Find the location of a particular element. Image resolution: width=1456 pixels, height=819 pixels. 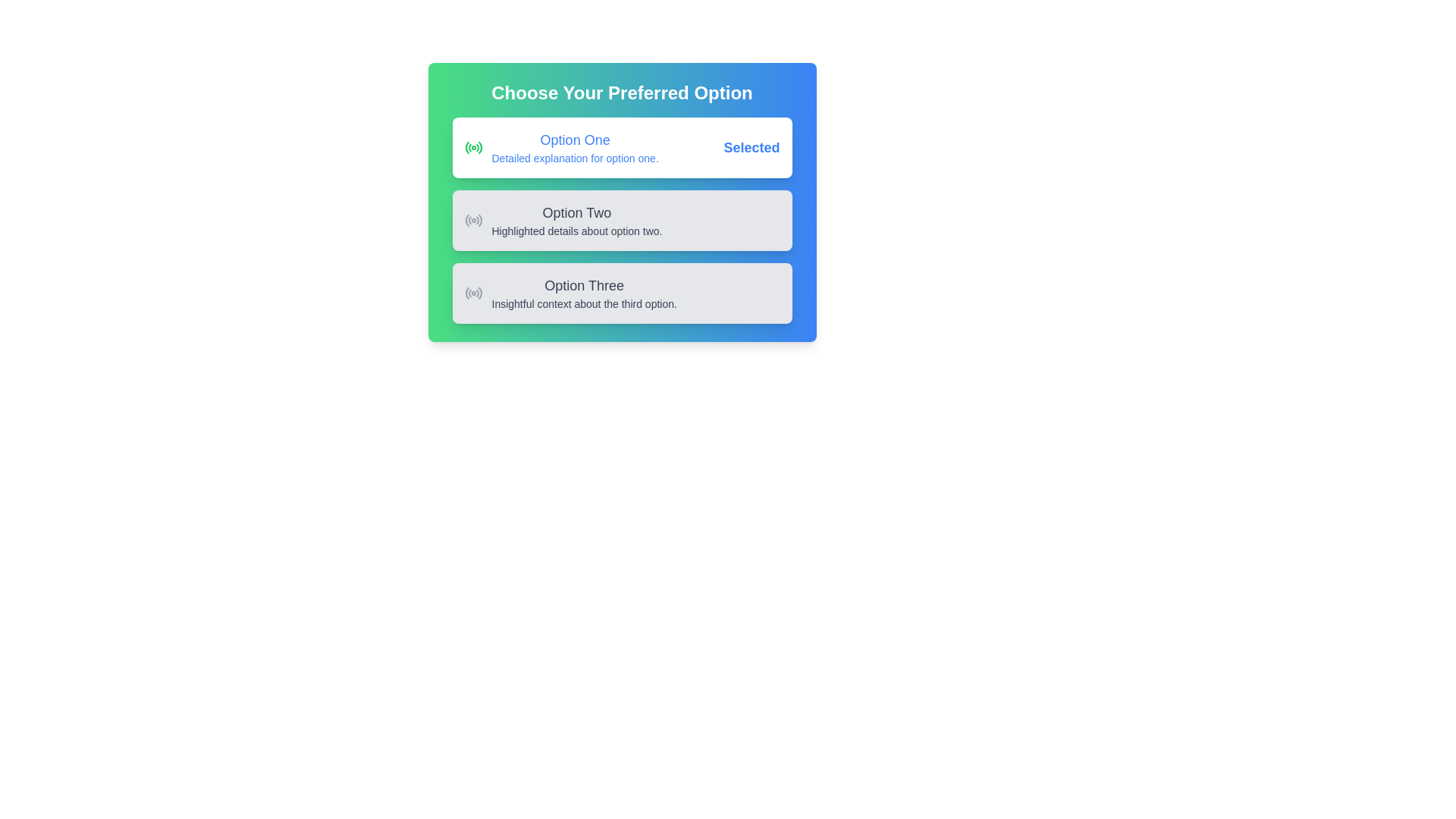

the first selectable option in the grouped text display component is located at coordinates (574, 148).